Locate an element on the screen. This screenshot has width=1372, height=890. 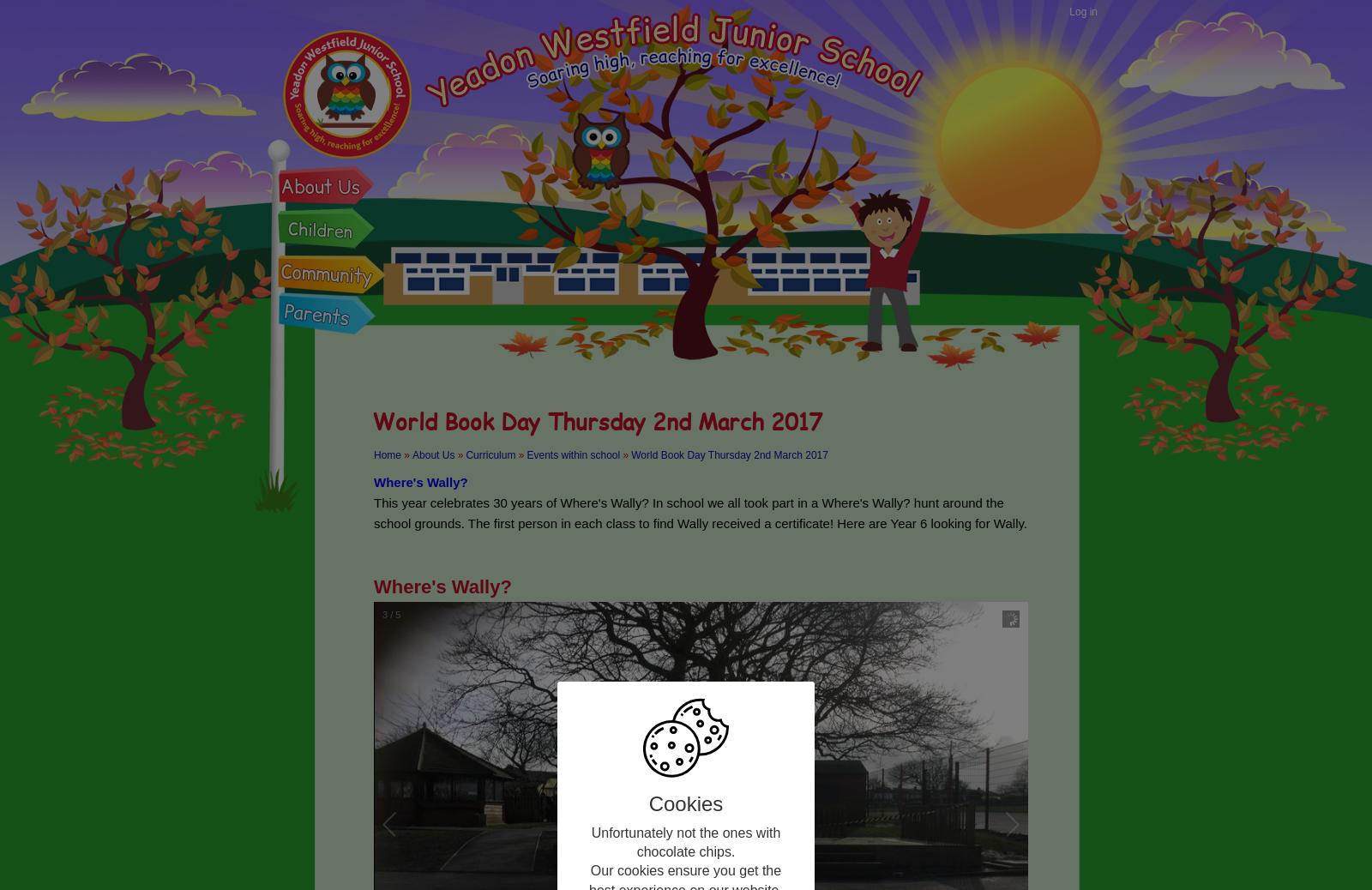
'Cookies' is located at coordinates (685, 803).